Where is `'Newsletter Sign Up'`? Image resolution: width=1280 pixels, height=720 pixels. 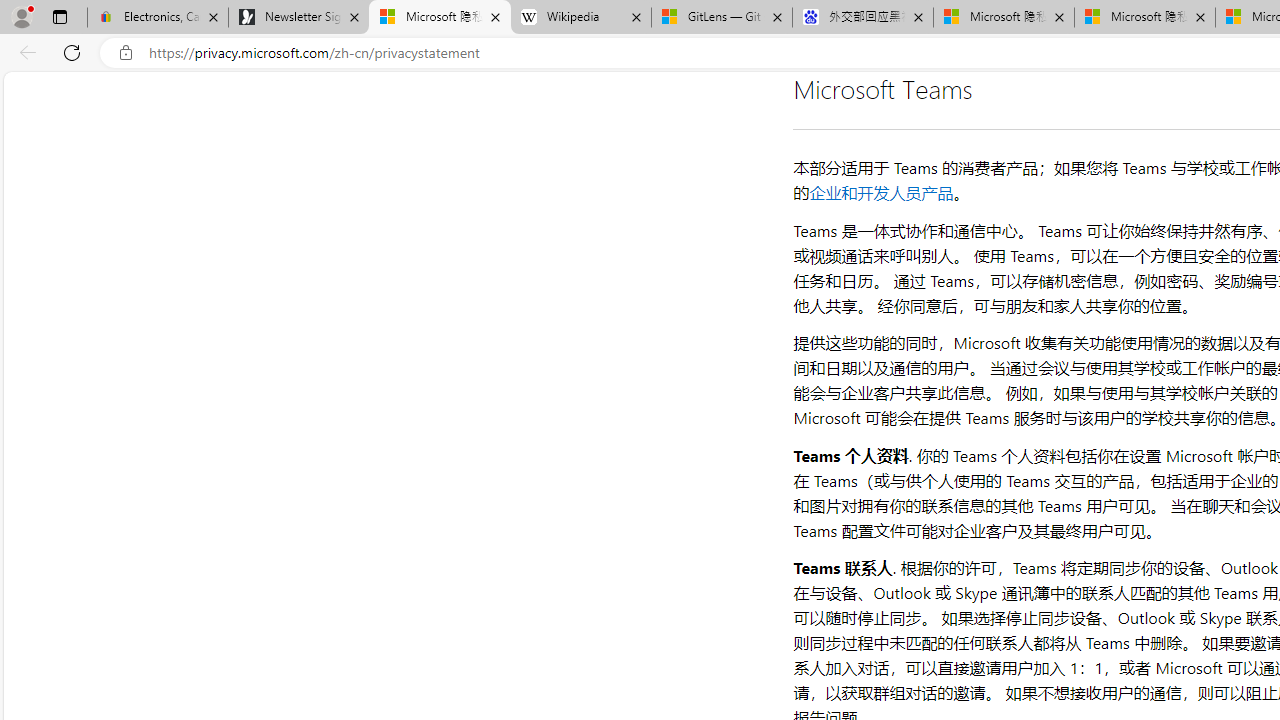 'Newsletter Sign Up' is located at coordinates (297, 17).